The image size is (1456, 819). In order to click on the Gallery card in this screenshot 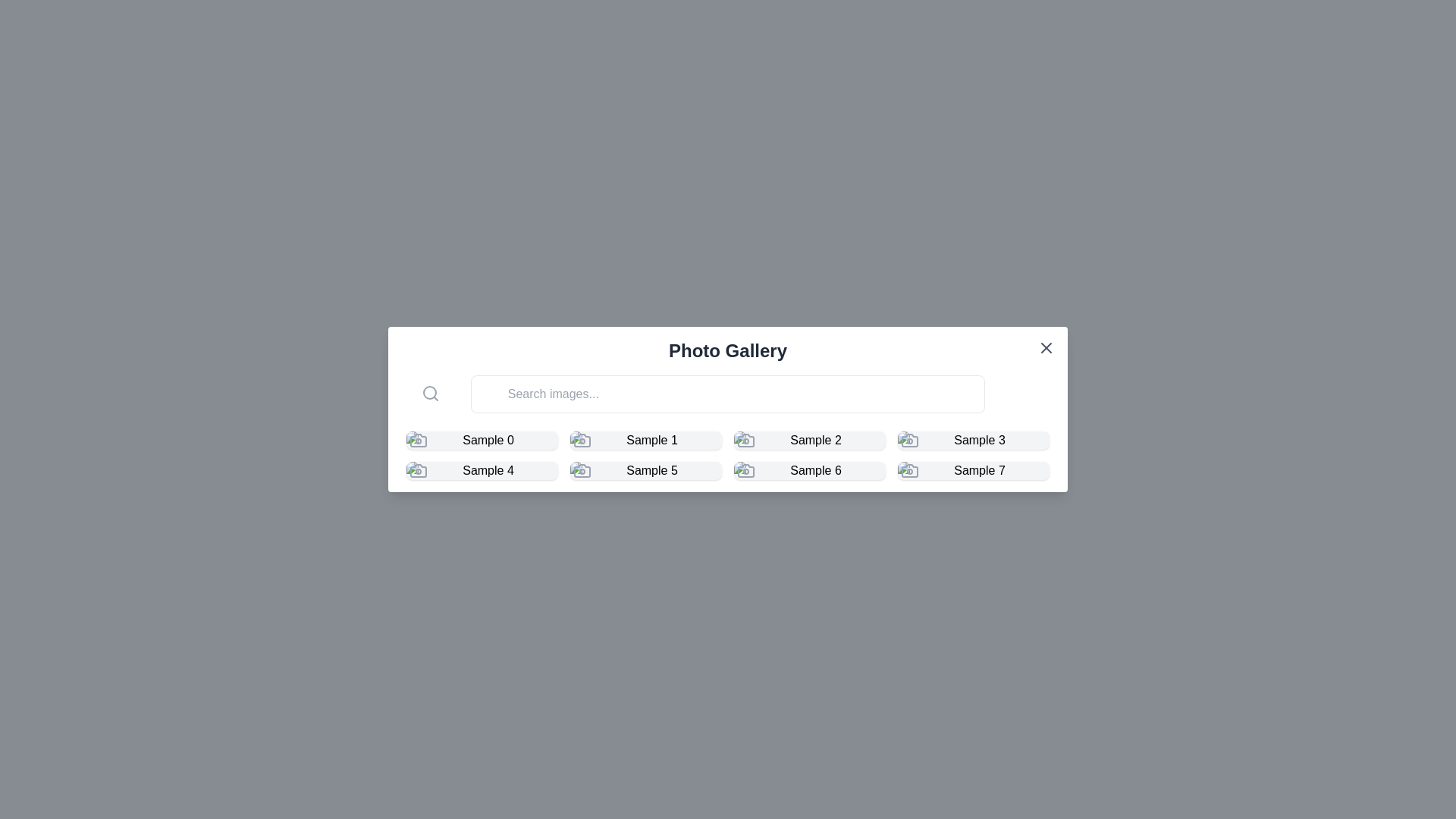, I will do `click(809, 441)`.